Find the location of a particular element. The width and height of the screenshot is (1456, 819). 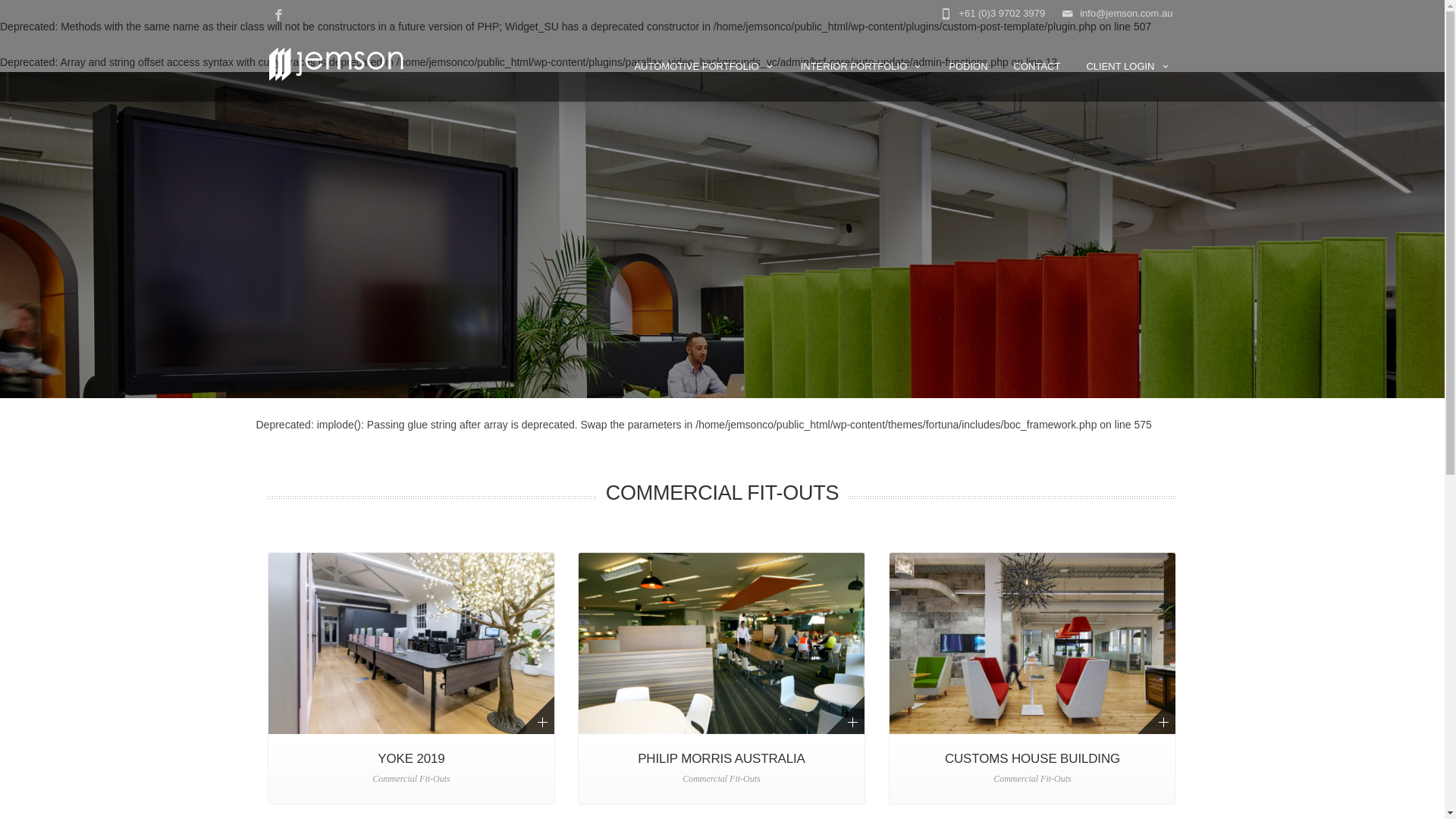

'YOKE 2019 is located at coordinates (411, 677).